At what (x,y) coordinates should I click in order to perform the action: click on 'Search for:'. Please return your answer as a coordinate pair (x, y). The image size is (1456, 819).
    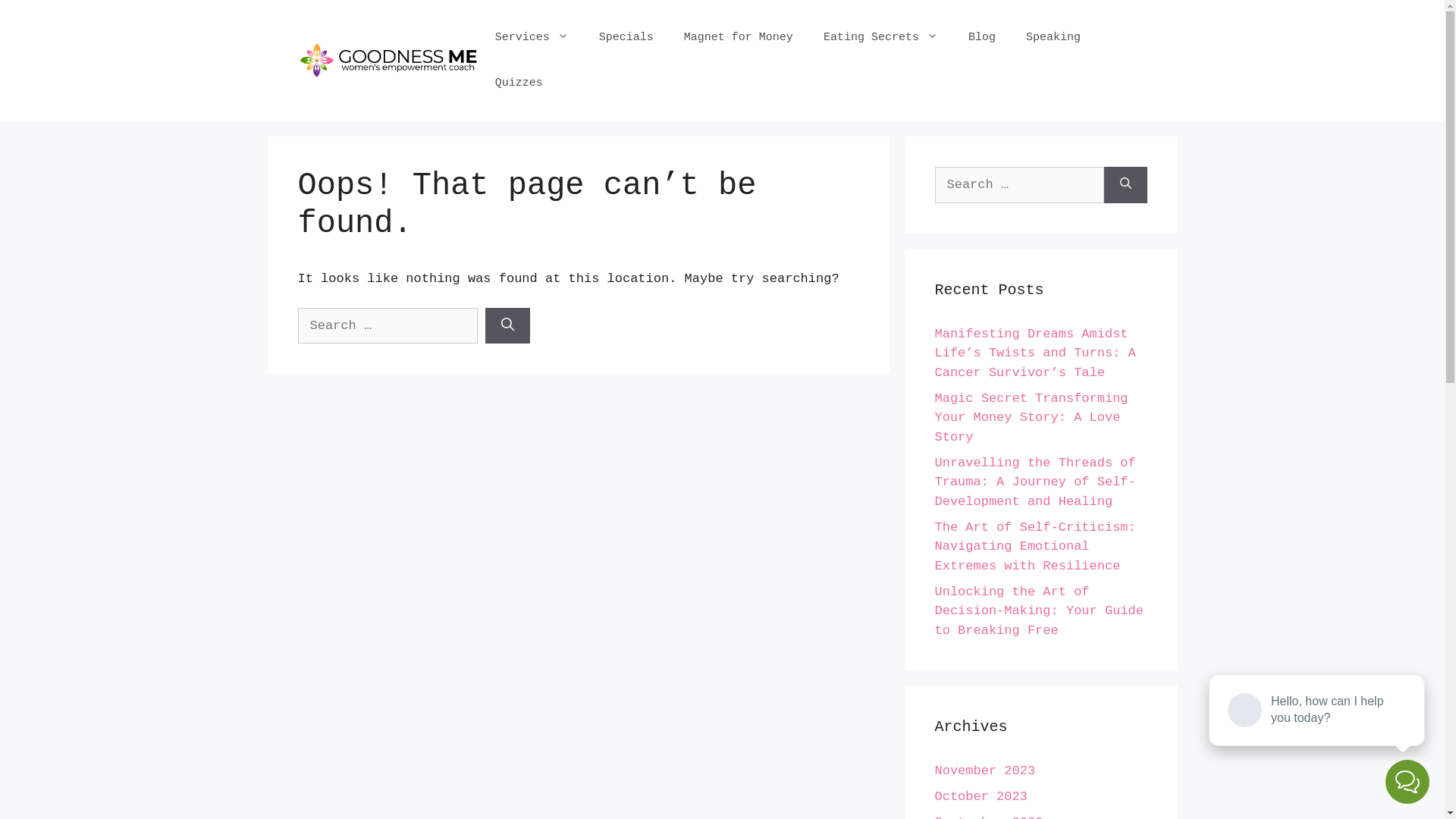
    Looking at the image, I should click on (387, 325).